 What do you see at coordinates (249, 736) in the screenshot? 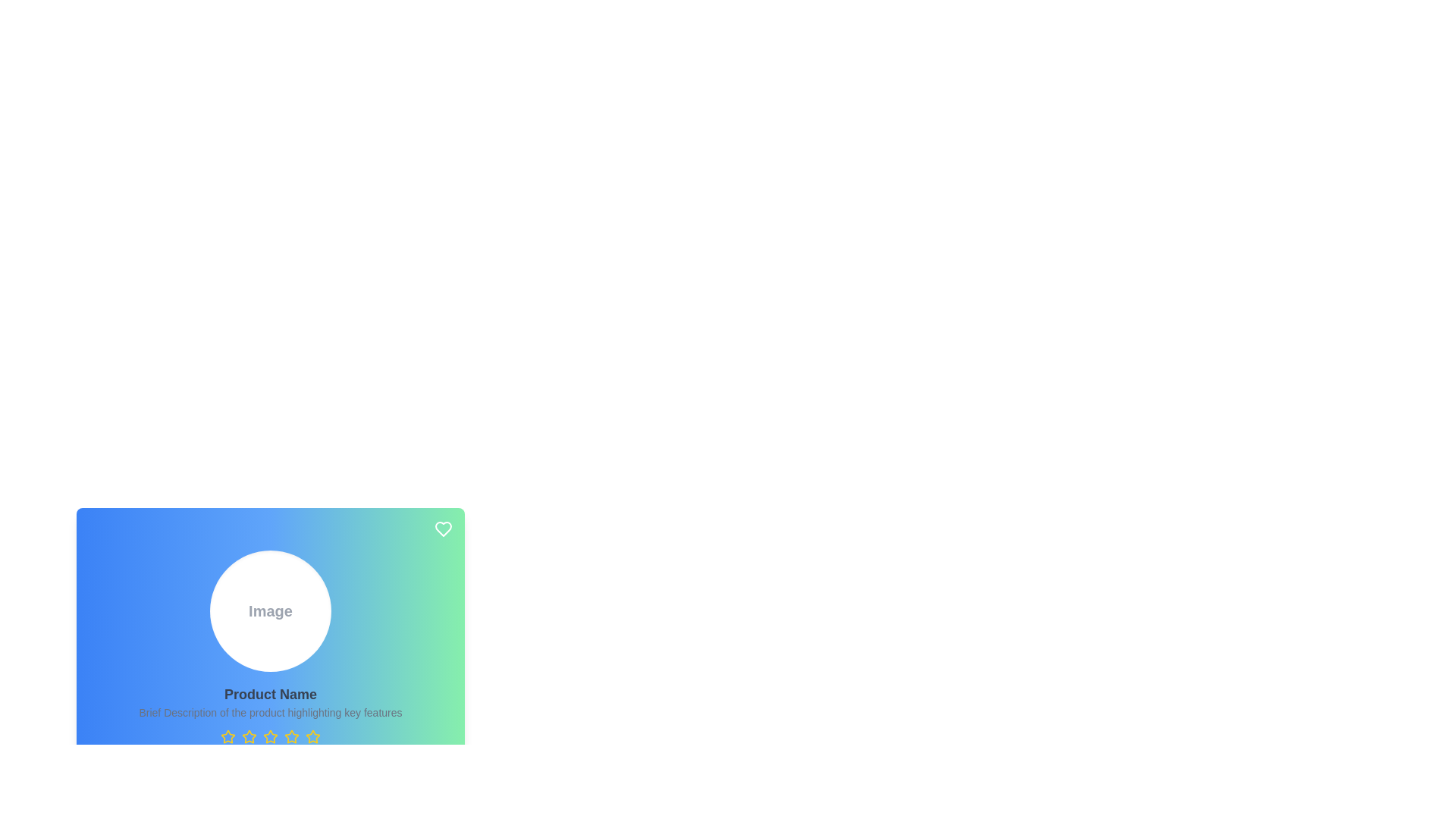
I see `the third star icon in the rating interface` at bounding box center [249, 736].